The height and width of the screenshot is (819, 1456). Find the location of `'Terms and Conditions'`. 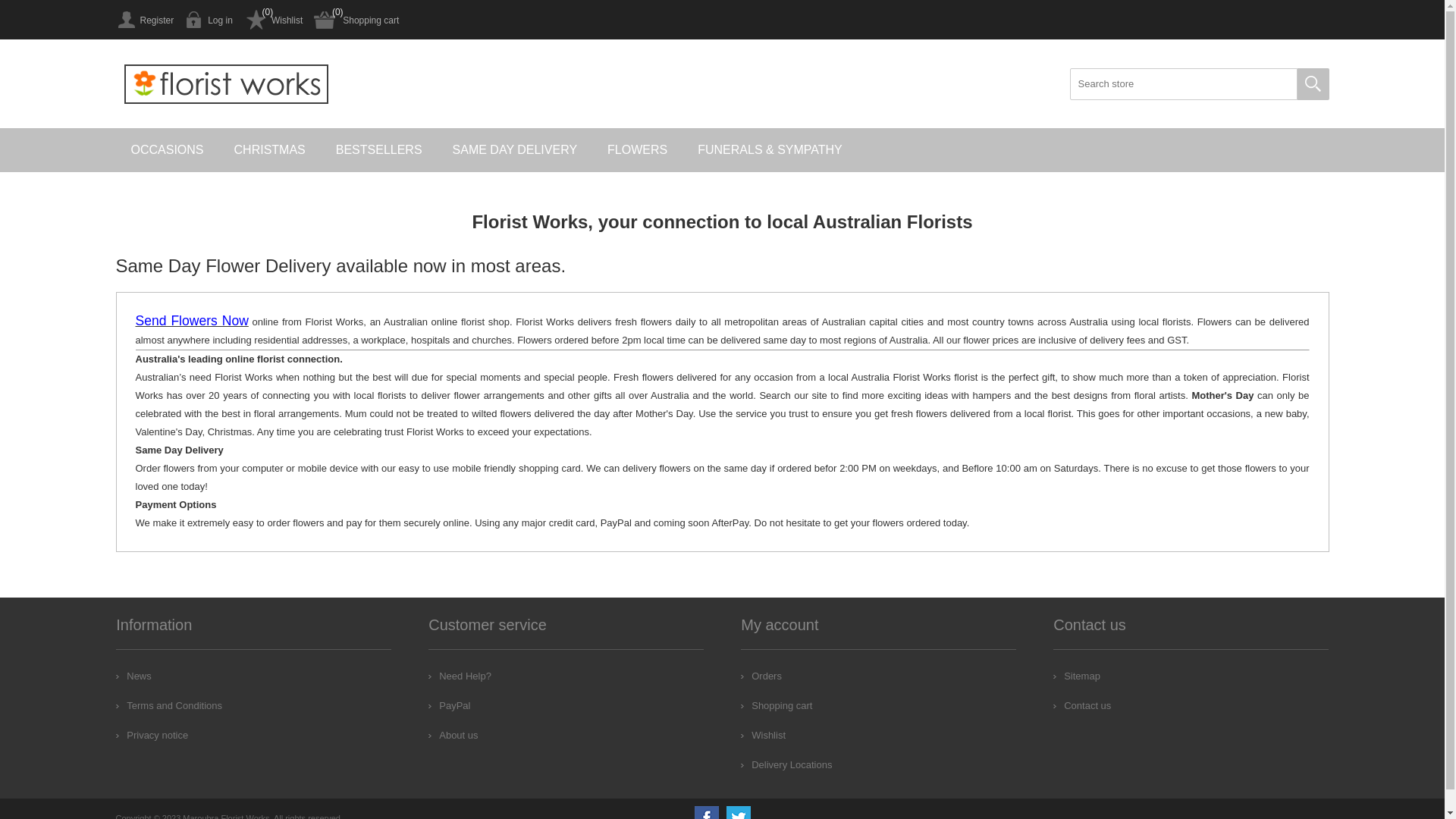

'Terms and Conditions' is located at coordinates (115, 705).